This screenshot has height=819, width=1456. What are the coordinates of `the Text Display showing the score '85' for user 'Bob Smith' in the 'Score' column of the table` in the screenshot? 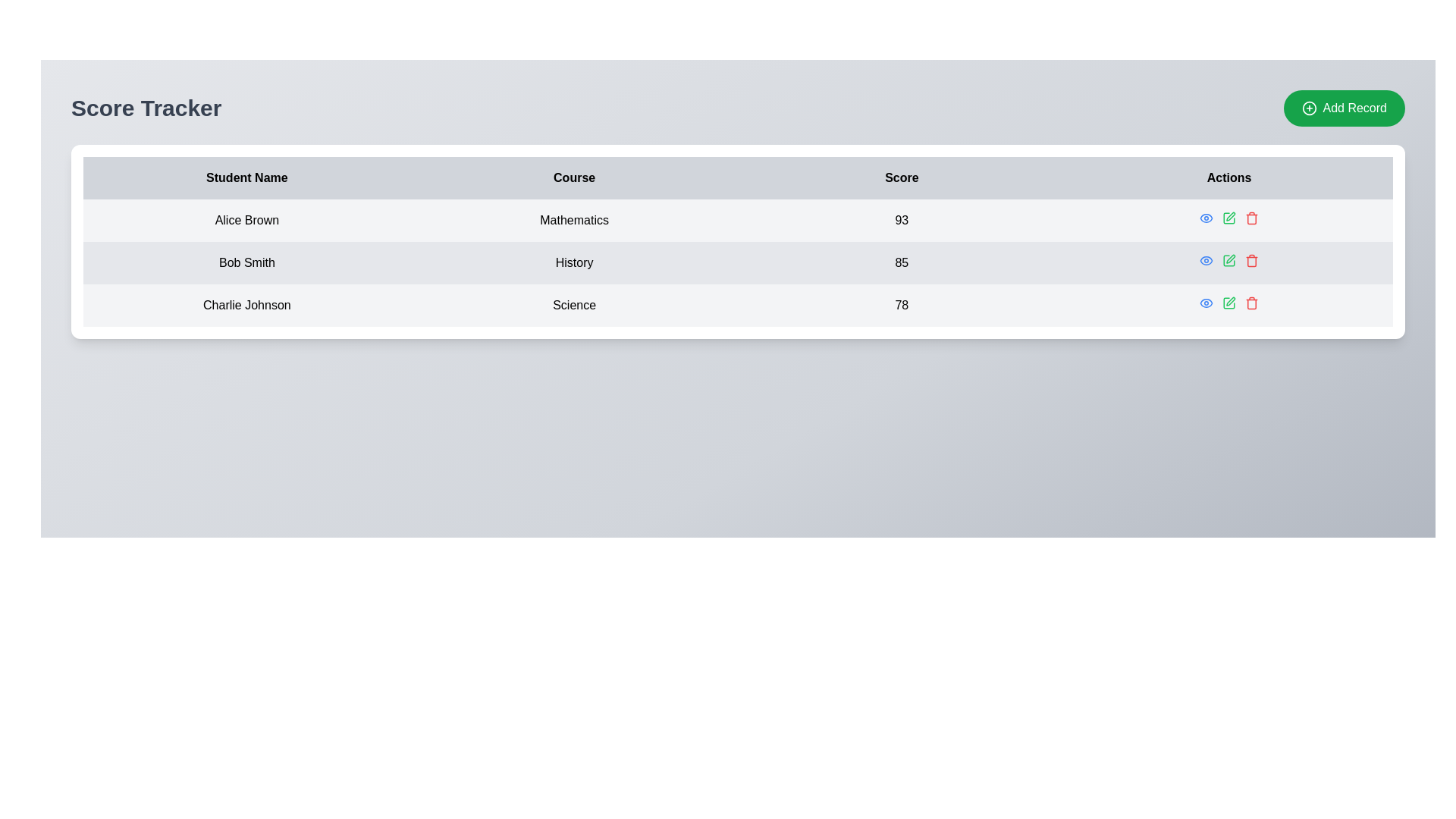 It's located at (902, 262).